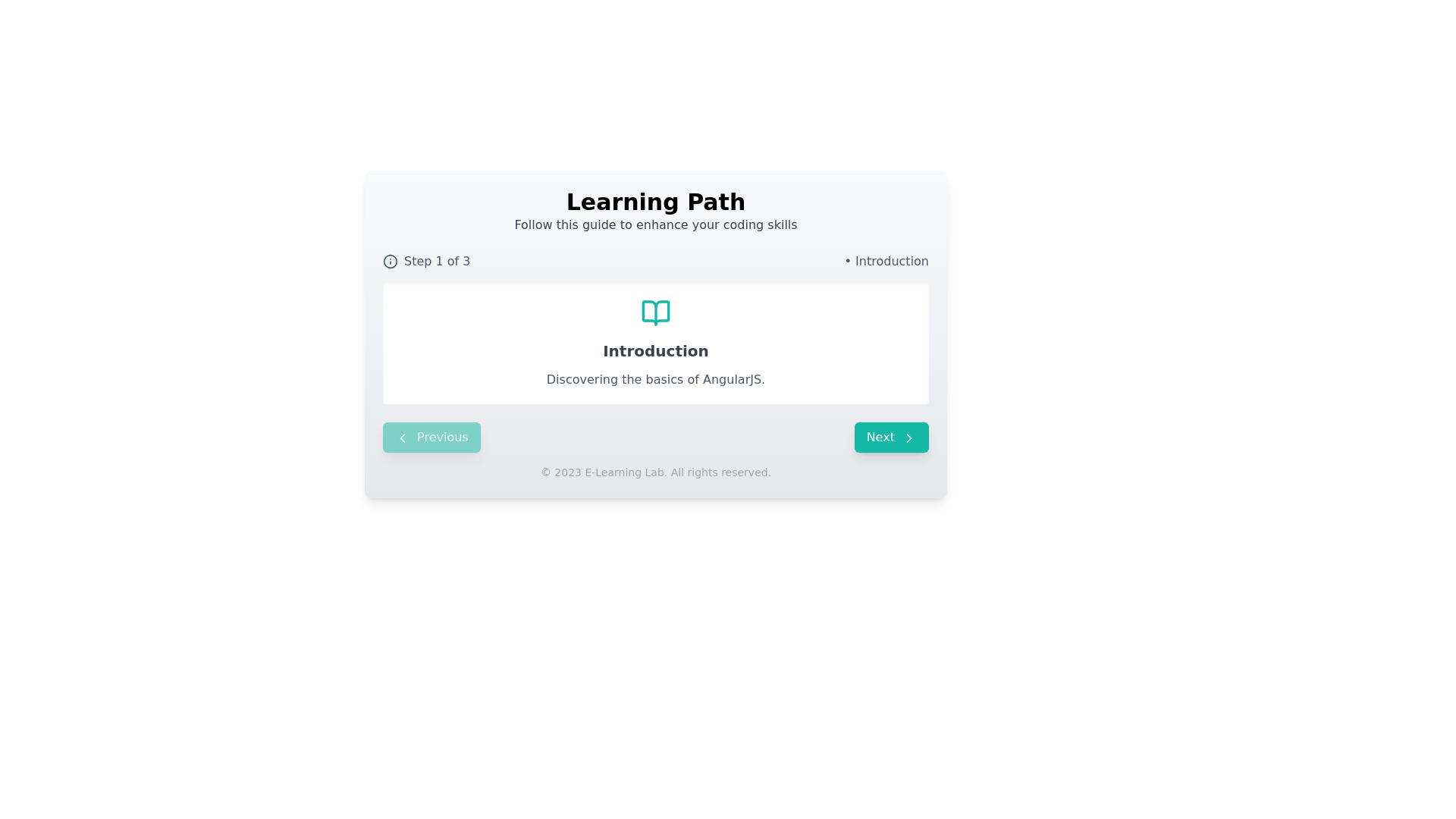 The image size is (1456, 819). What do you see at coordinates (886, 260) in the screenshot?
I see `the static text label that indicates the current section or step's title, located to the right of 'Step 1 of 3'` at bounding box center [886, 260].